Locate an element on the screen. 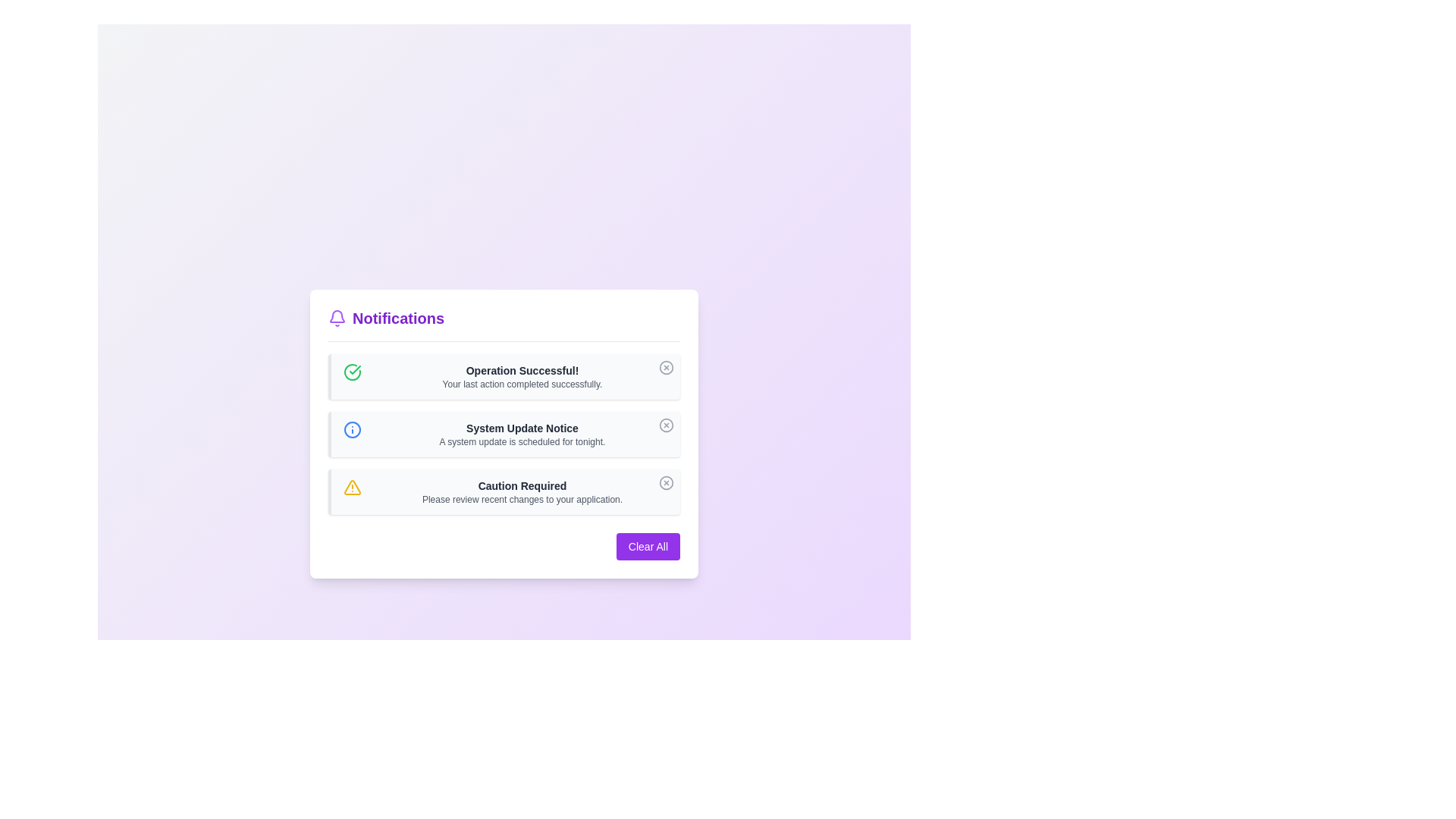  informational icon located inside the second notification entry under the heading 'System Update Notice', which has a circular outline on the left is located at coordinates (352, 429).